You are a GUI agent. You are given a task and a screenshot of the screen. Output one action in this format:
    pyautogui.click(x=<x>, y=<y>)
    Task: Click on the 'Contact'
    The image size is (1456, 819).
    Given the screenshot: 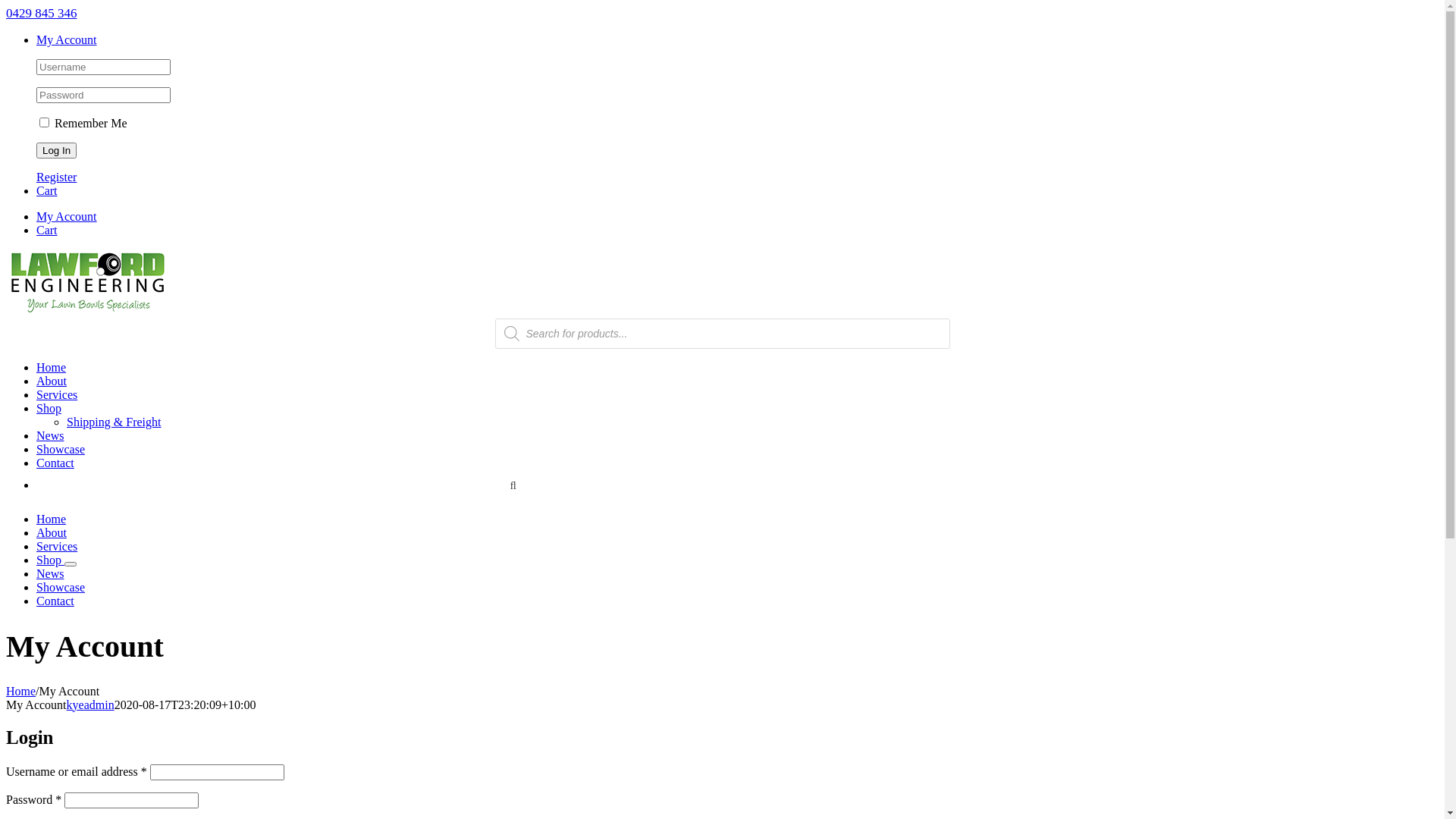 What is the action you would take?
    pyautogui.click(x=55, y=600)
    